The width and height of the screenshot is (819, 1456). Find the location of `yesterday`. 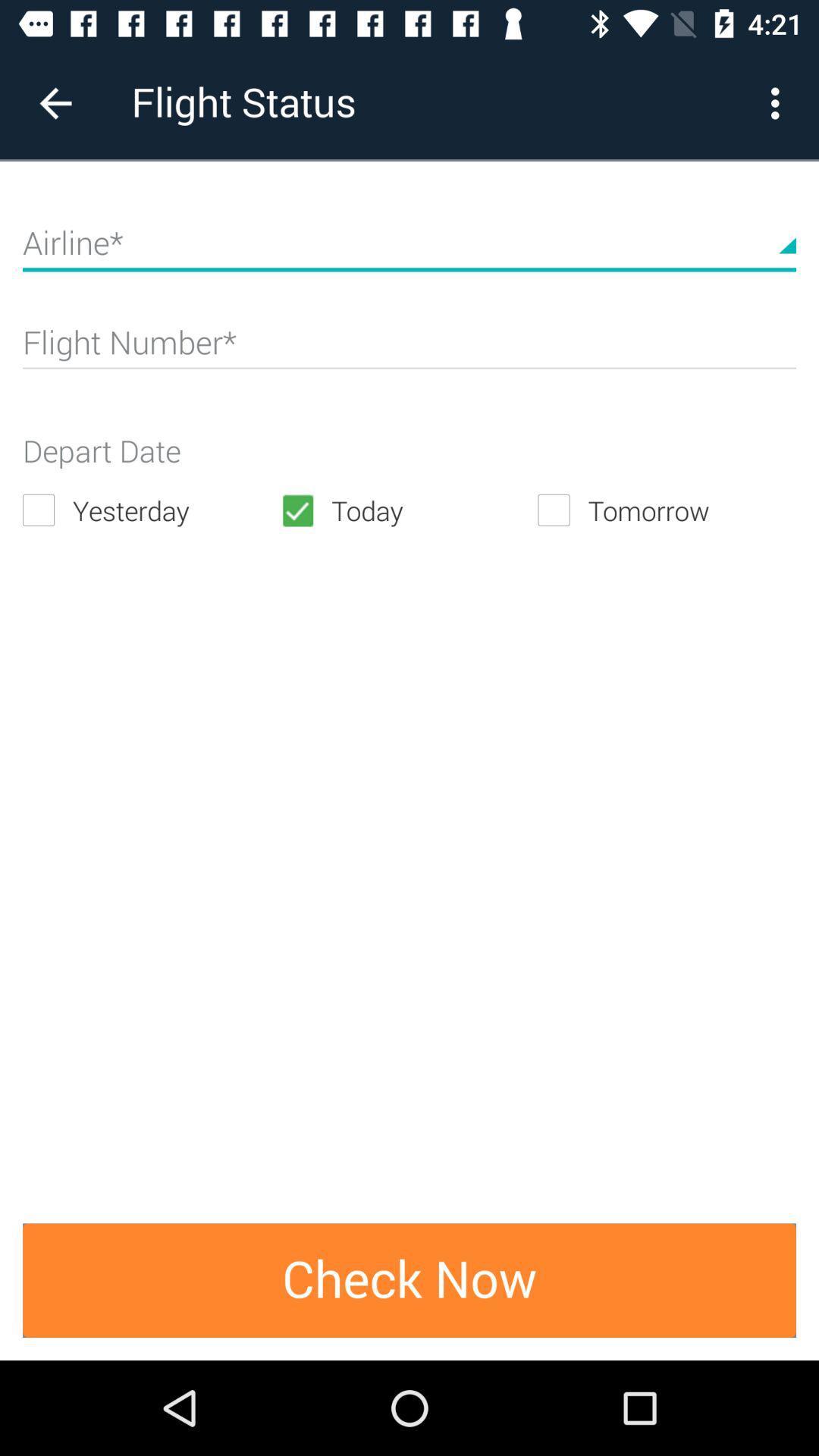

yesterday is located at coordinates (151, 510).